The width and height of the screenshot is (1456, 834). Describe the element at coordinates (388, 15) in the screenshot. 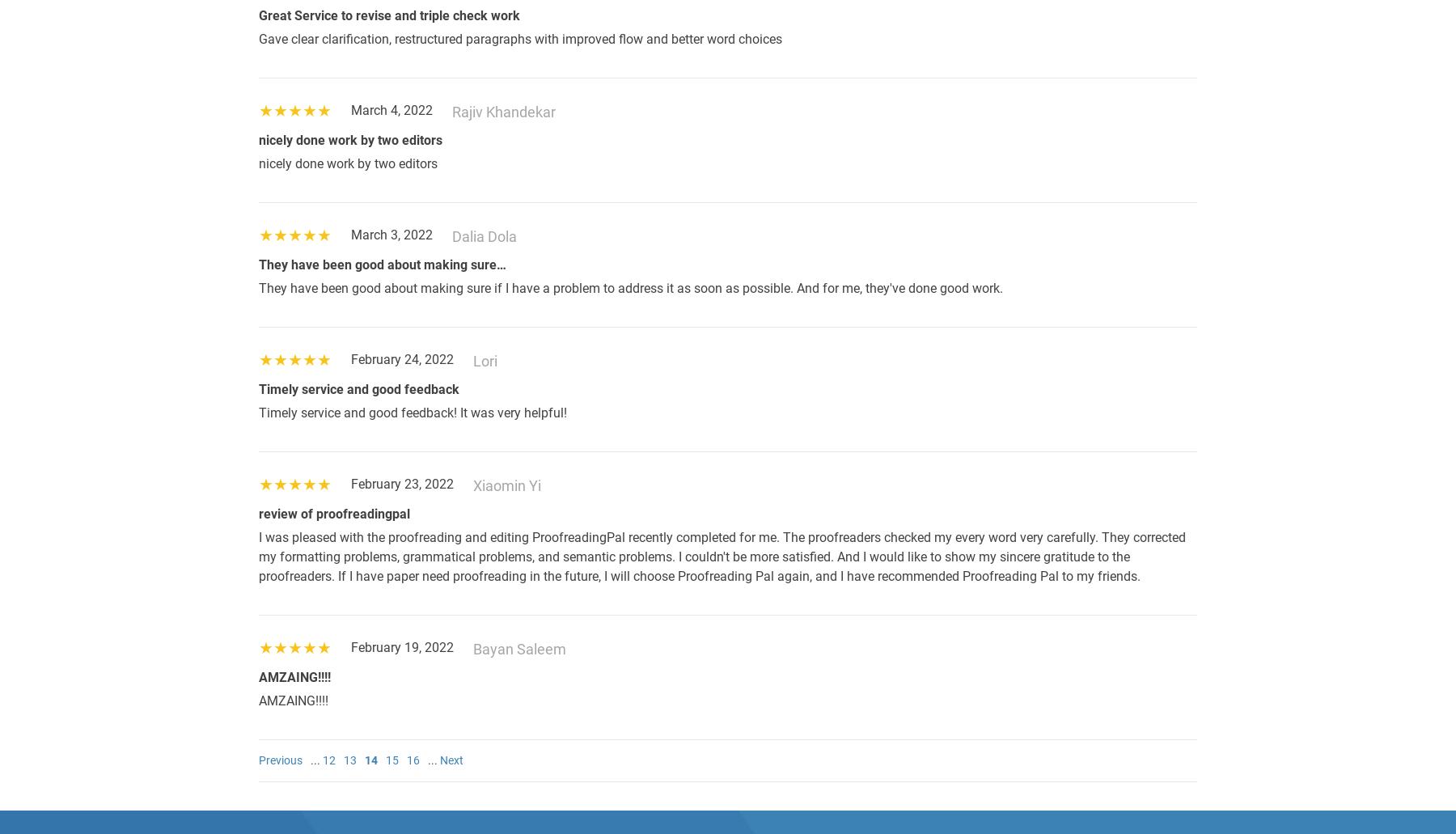

I see `'Great Service to revise and triple check work'` at that location.